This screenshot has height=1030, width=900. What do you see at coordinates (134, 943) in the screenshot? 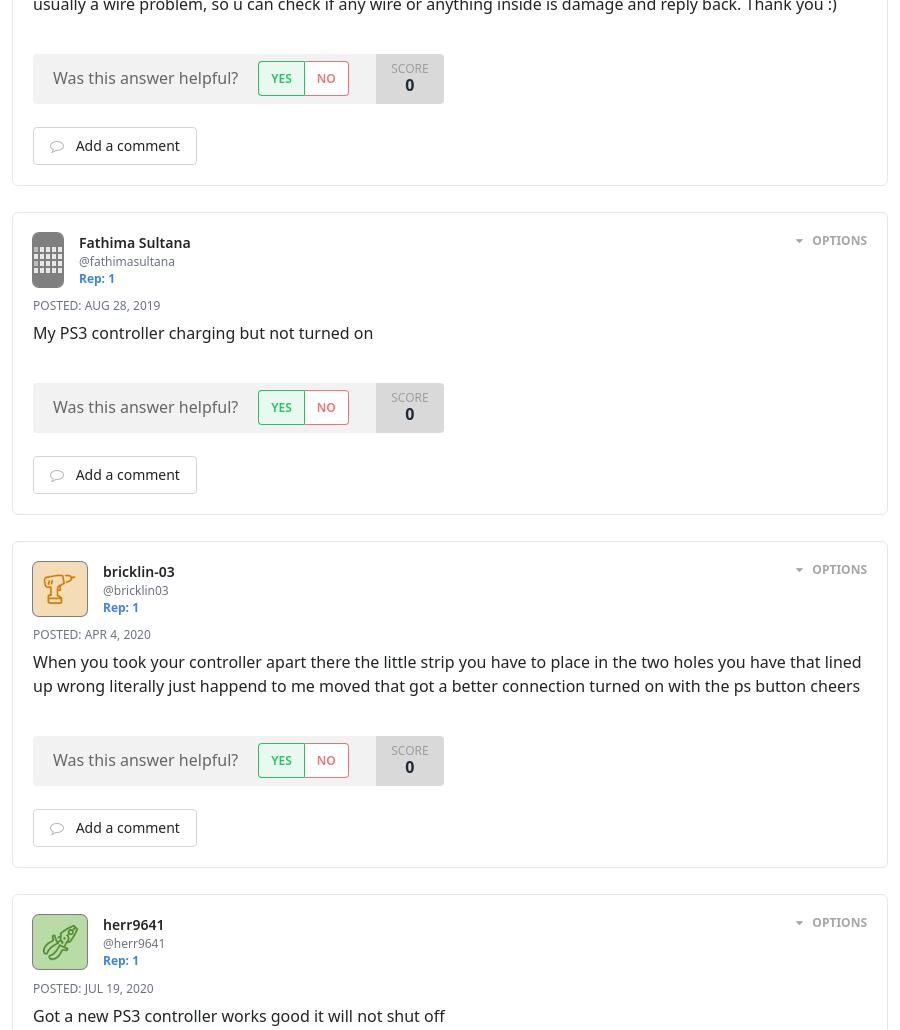
I see `'@herr9641'` at bounding box center [134, 943].